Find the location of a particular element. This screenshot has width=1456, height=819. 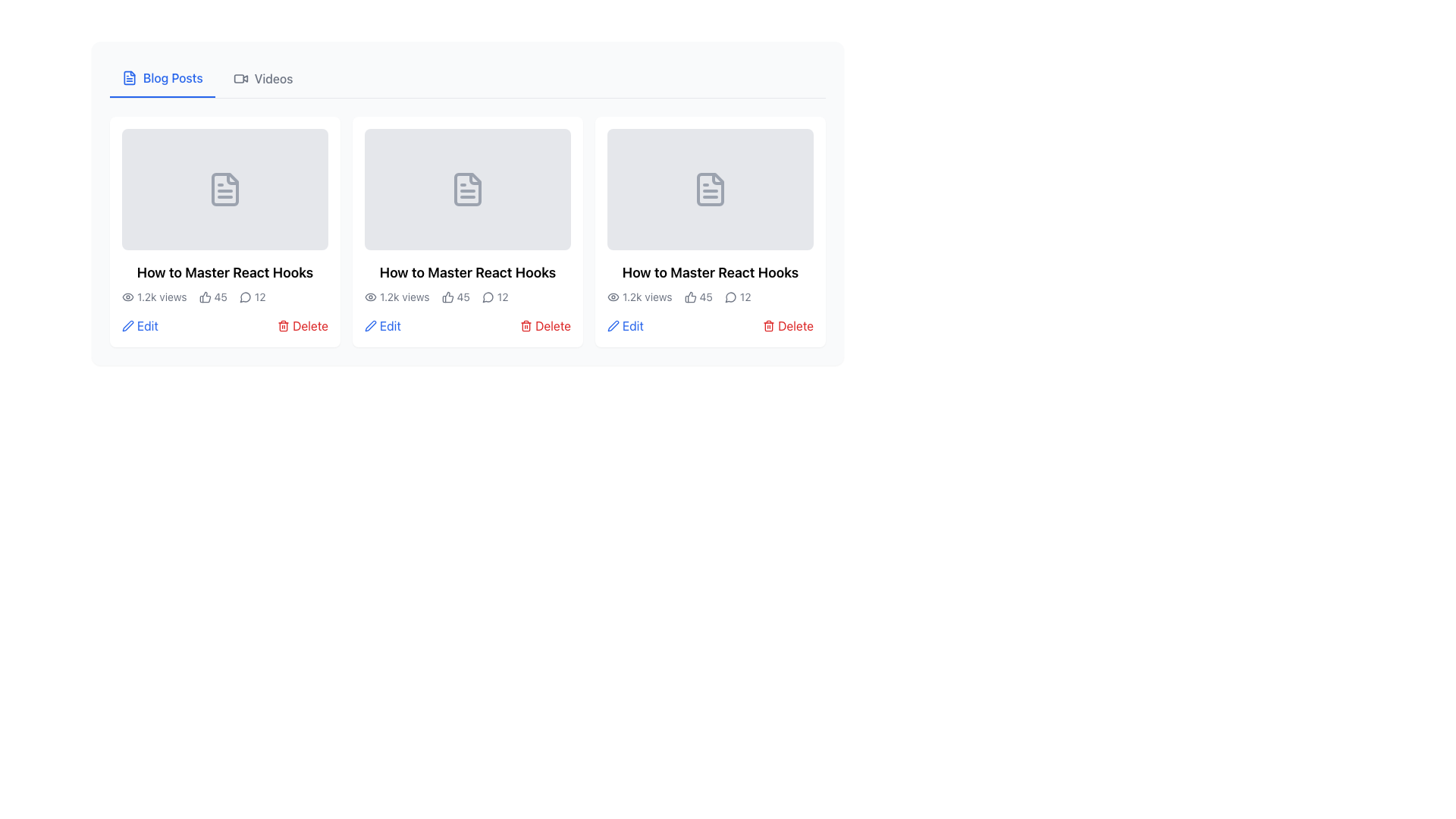

the 'Edit' icon located to the left of the 'Edit' text, which is below the first tile in the layout is located at coordinates (127, 325).